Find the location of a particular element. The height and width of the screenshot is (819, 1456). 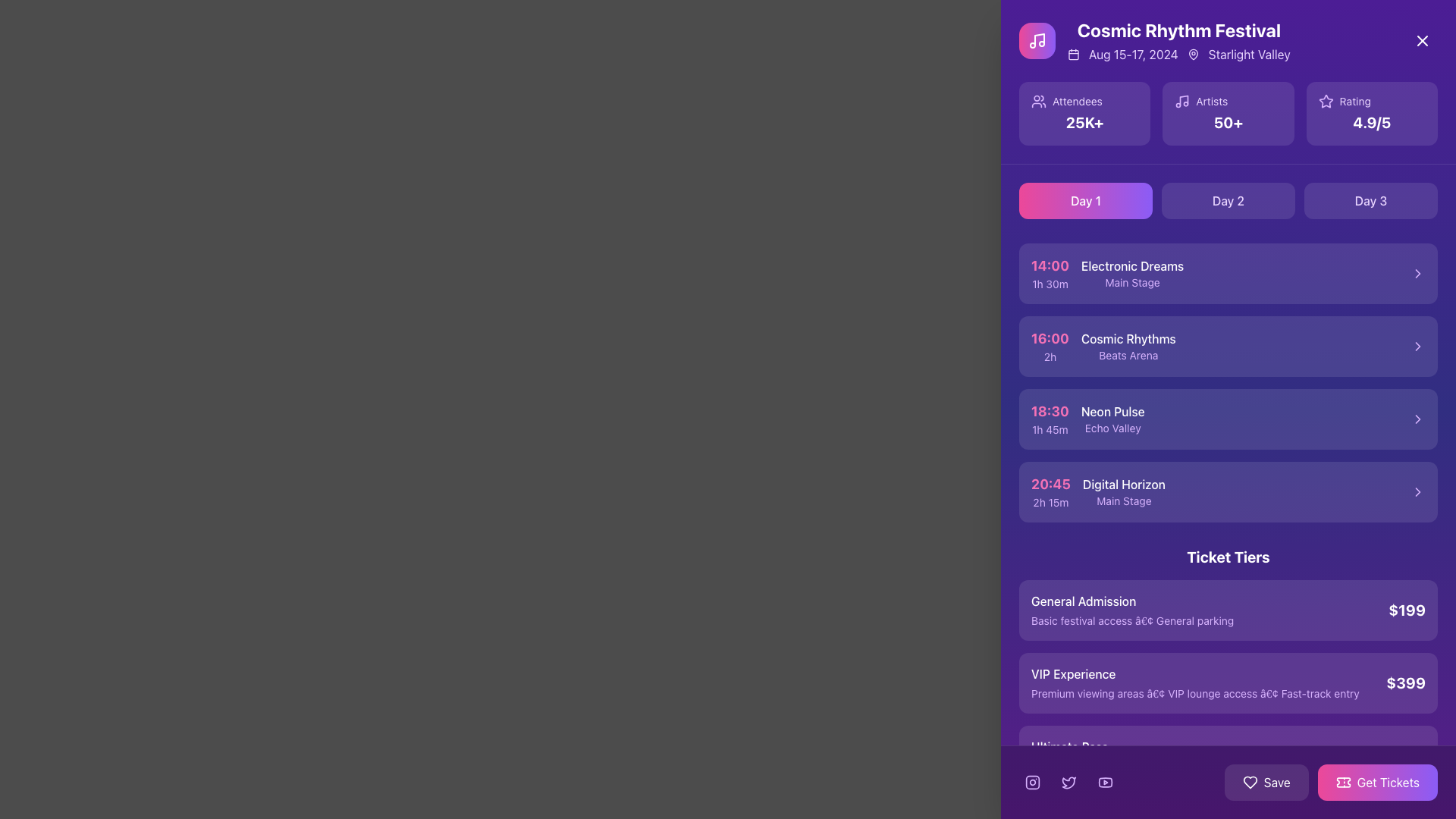

the text indicating the starting time of the event 'Electronic Dreams' in the schedule, positioned above the event title and to the left of the duration '1h 30m' is located at coordinates (1049, 265).